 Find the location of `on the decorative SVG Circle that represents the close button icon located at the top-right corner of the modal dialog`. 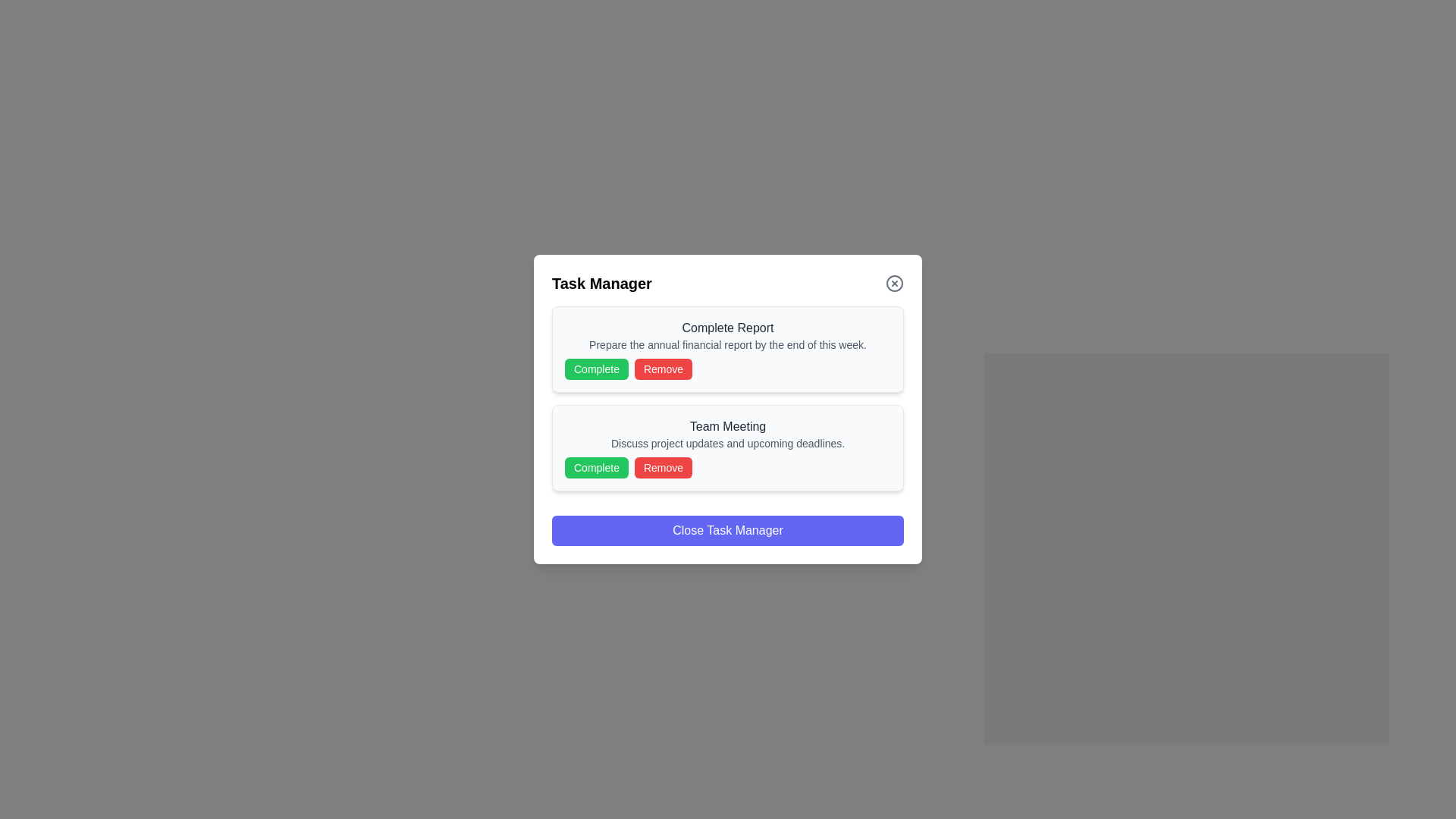

on the decorative SVG Circle that represents the close button icon located at the top-right corner of the modal dialog is located at coordinates (895, 284).